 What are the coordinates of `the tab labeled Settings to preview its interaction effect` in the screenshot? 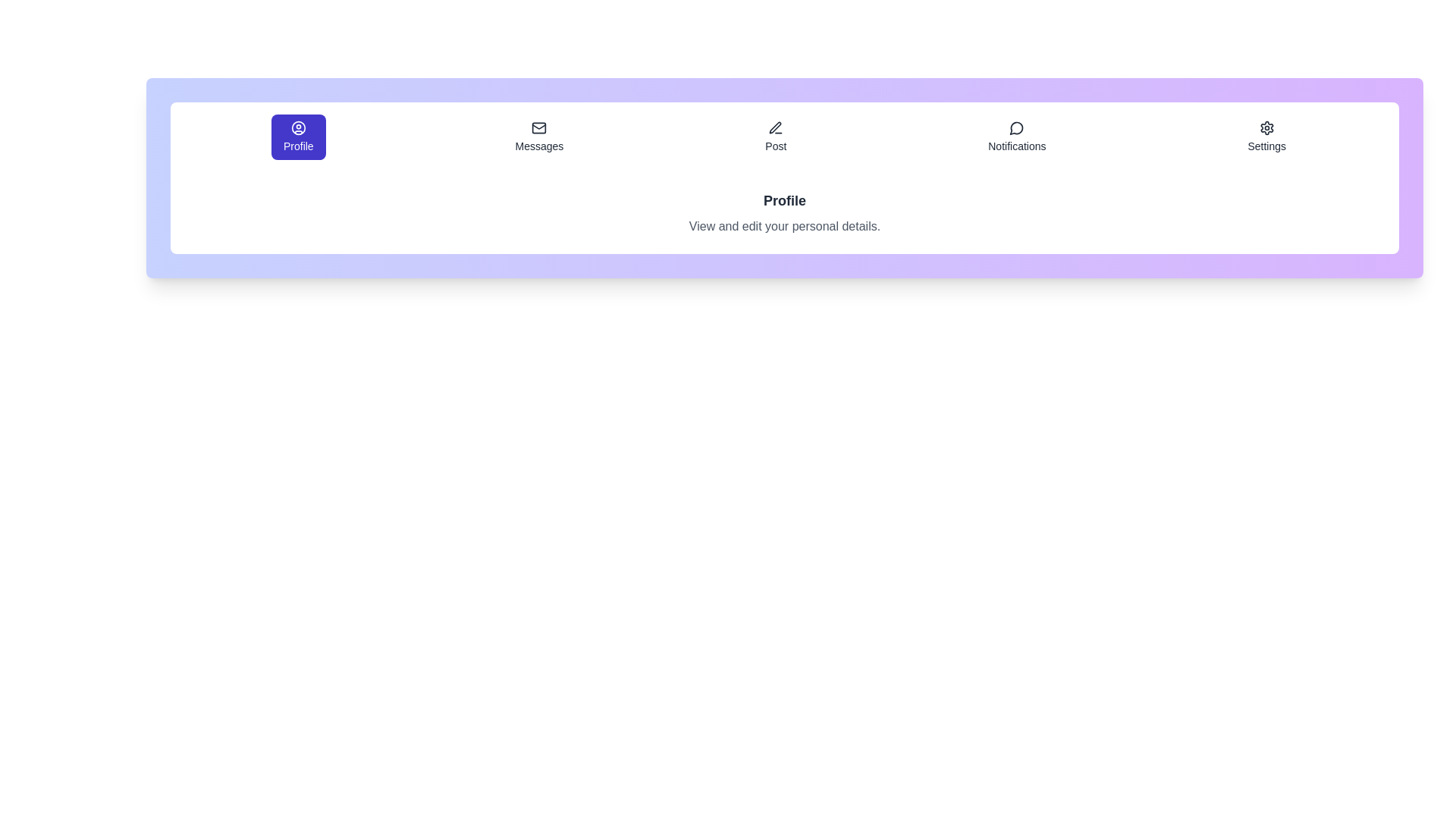 It's located at (1266, 137).